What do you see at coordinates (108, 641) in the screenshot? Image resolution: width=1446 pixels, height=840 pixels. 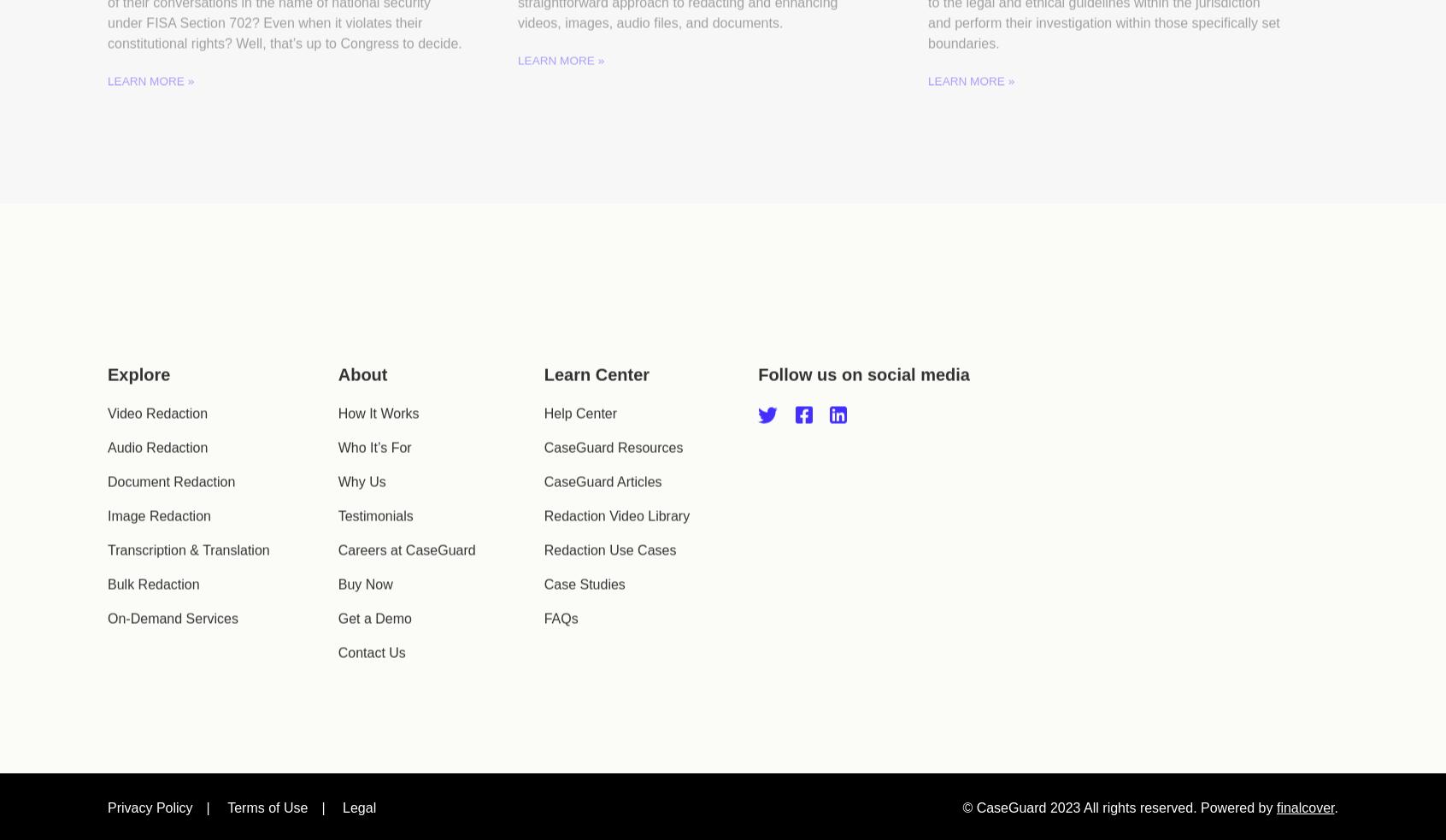 I see `'On-Demand Services'` at bounding box center [108, 641].